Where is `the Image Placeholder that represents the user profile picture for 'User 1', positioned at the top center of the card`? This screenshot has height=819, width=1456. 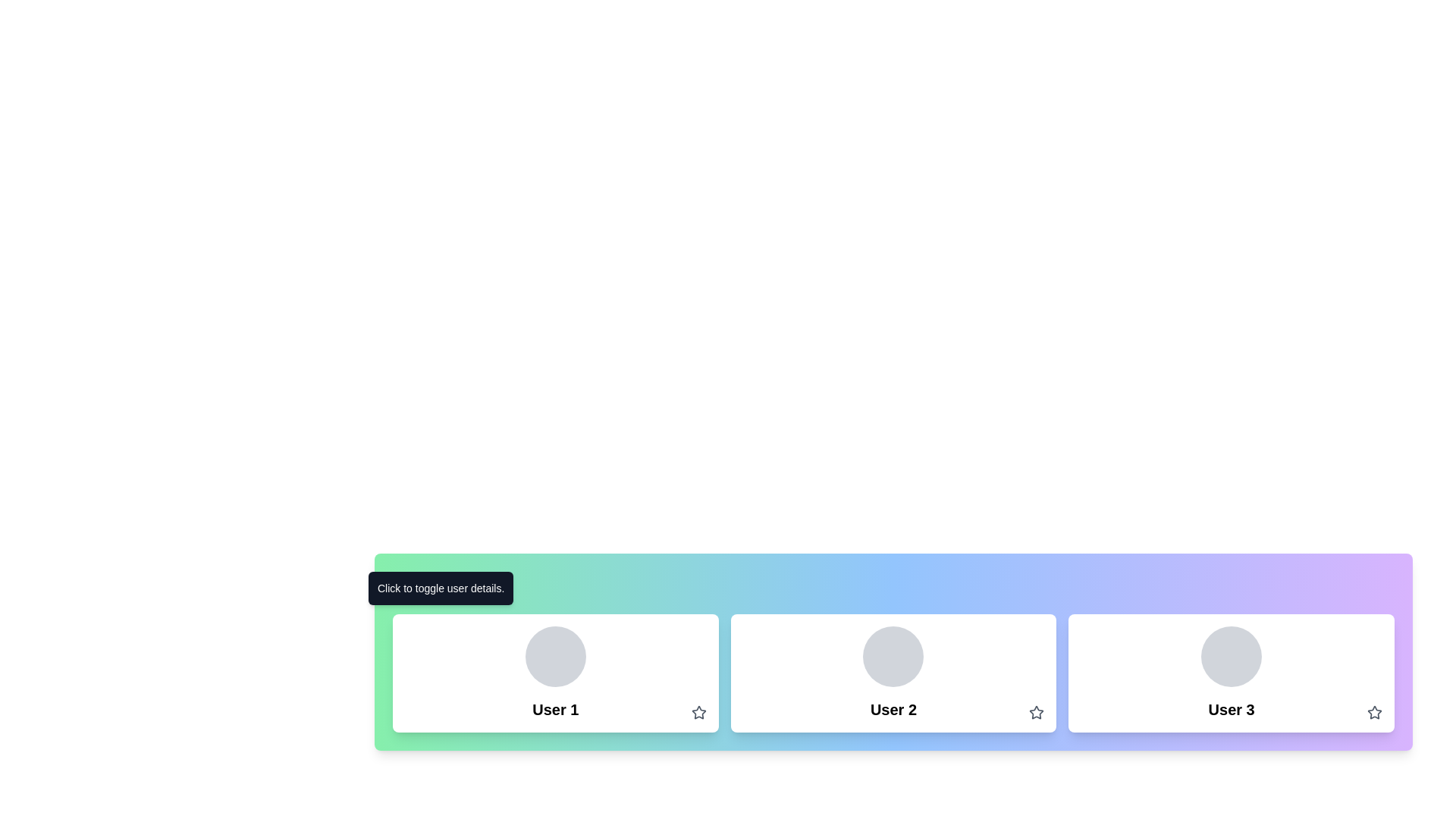
the Image Placeholder that represents the user profile picture for 'User 1', positioned at the top center of the card is located at coordinates (554, 656).